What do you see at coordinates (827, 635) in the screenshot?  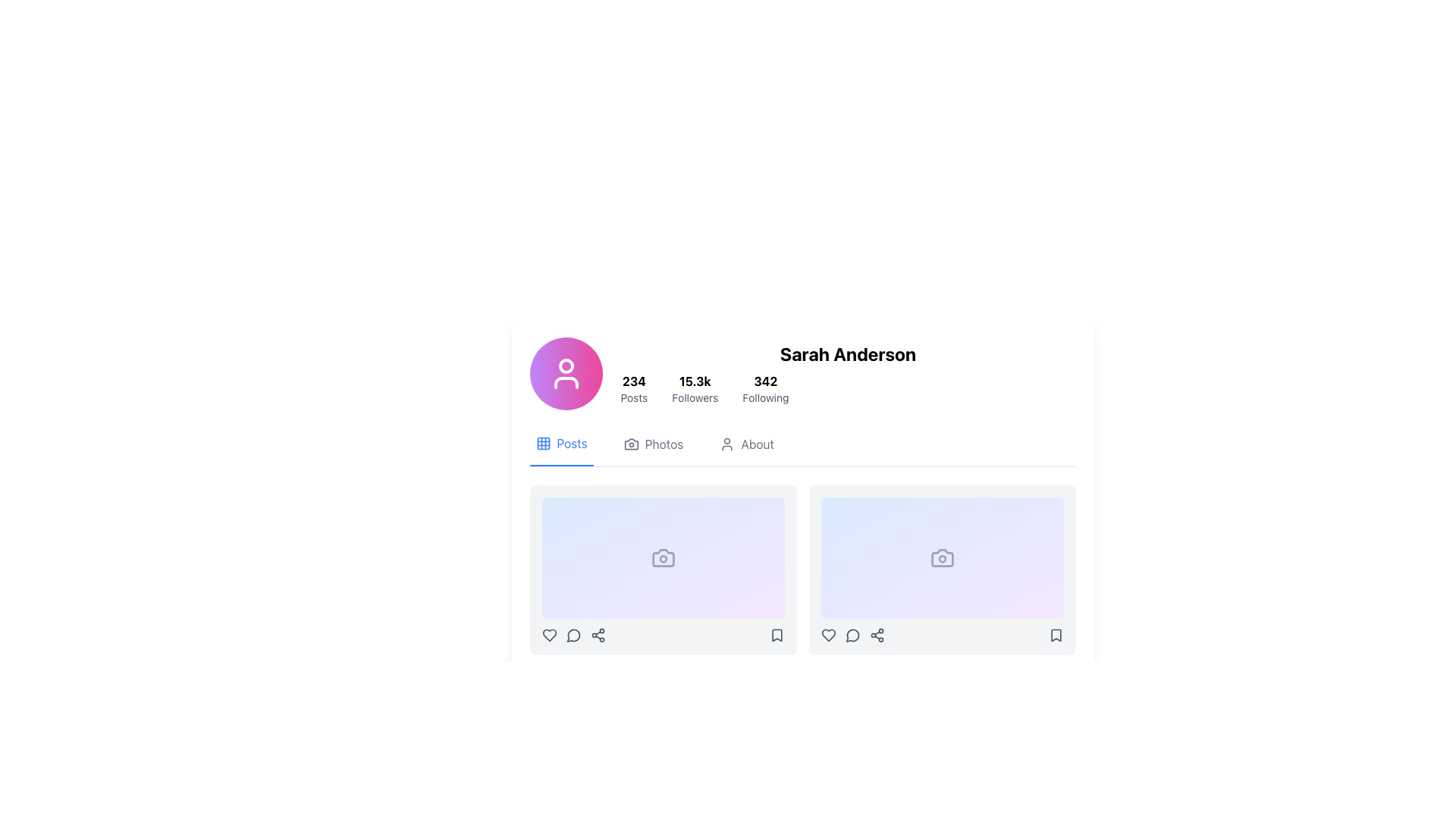 I see `the heart-shaped icon located under the second post preview` at bounding box center [827, 635].